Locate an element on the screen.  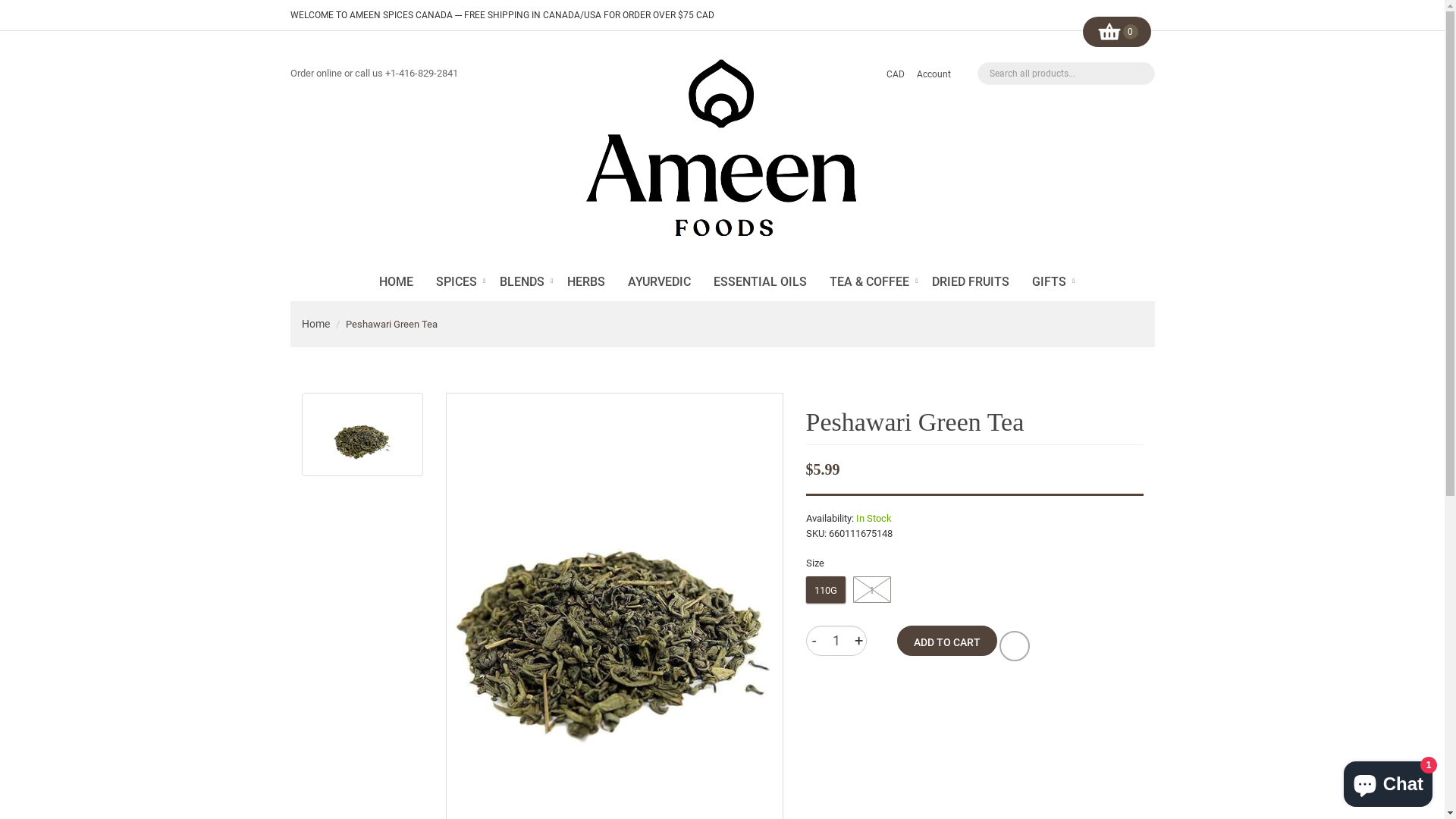
'ADD TO CART' is located at coordinates (946, 640).